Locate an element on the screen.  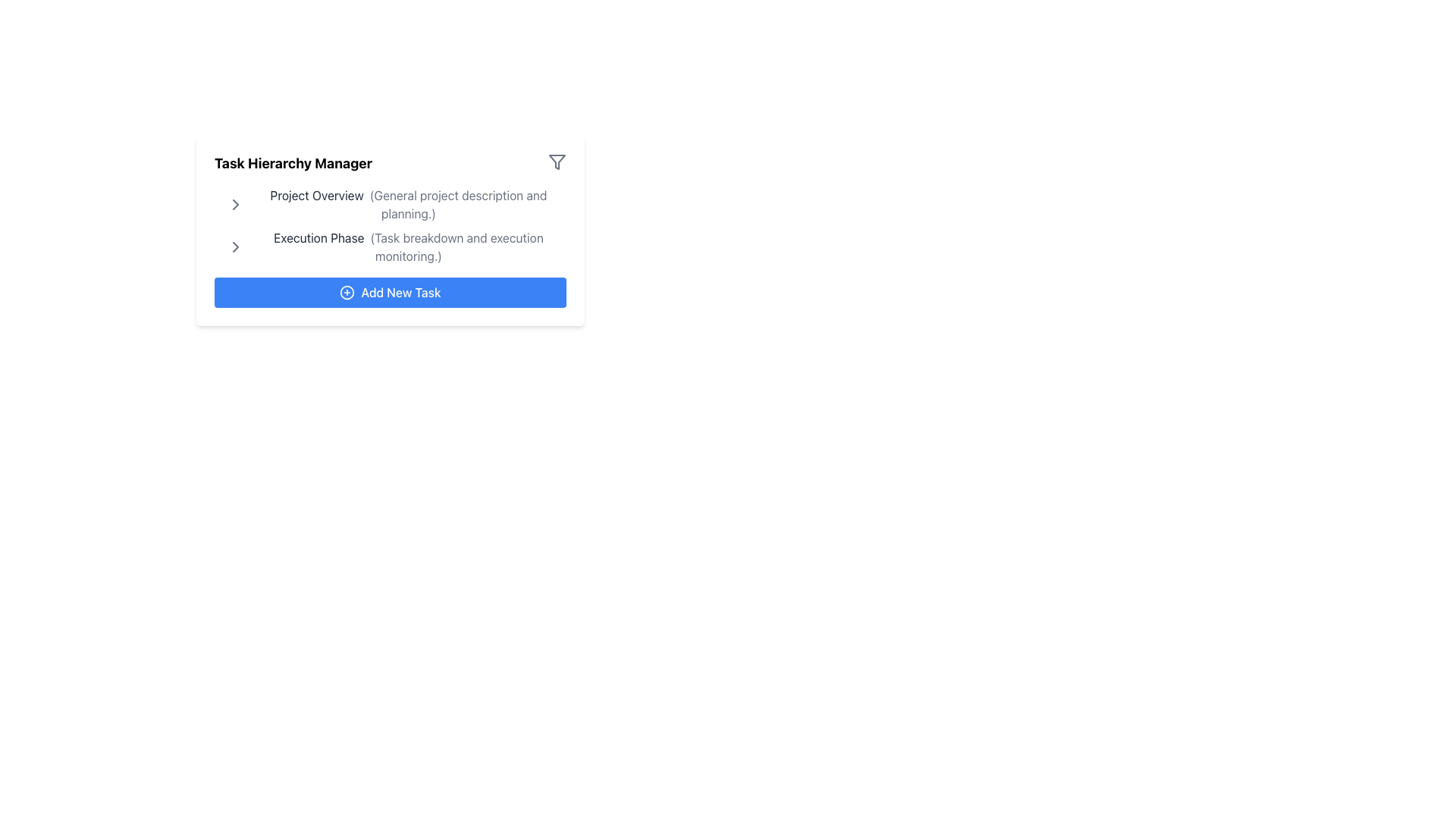
Circular SVG shape, which is a minimalistic outline with a radius of 10 units located to the left of the 'Add New Task' button in the task hierarchy manager section is located at coordinates (347, 292).